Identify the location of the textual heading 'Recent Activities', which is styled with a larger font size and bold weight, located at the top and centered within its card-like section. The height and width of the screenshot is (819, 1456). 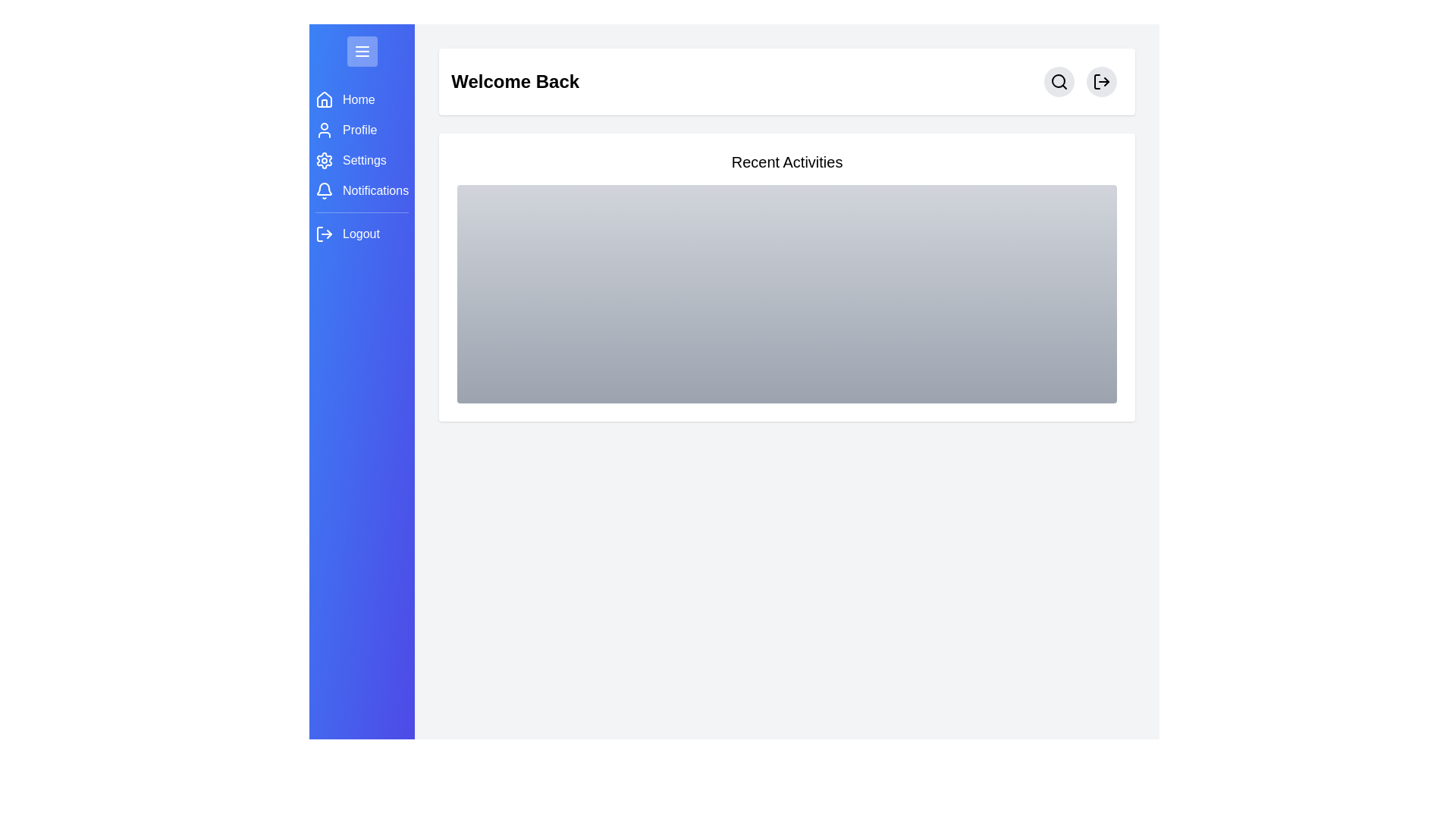
(787, 162).